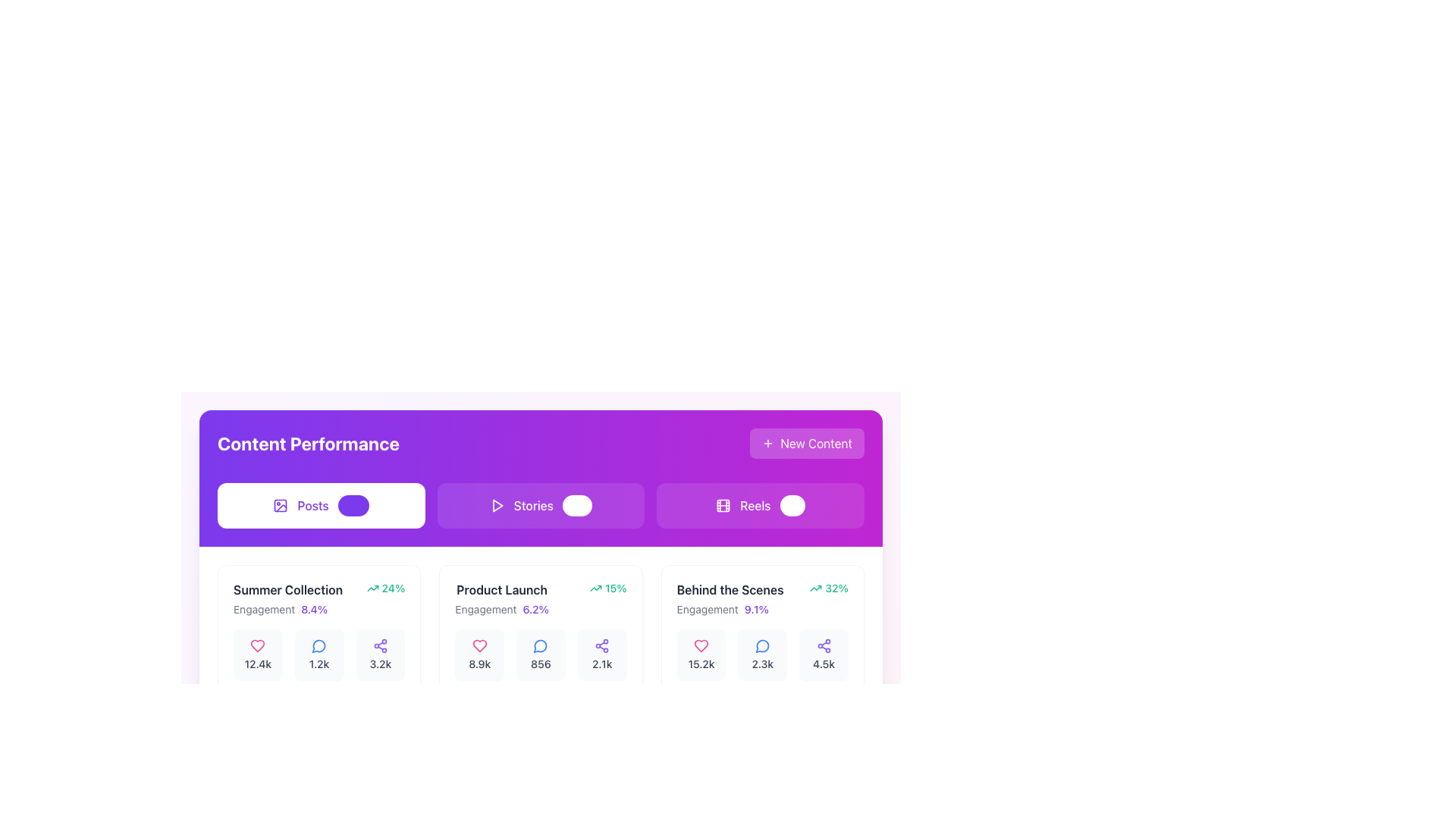 This screenshot has height=819, width=1456. Describe the element at coordinates (318, 598) in the screenshot. I see `the textual data display component titled 'Summer Collection' which shows 'Engagement 8.4%' and a green '24%' trend percentage` at that location.